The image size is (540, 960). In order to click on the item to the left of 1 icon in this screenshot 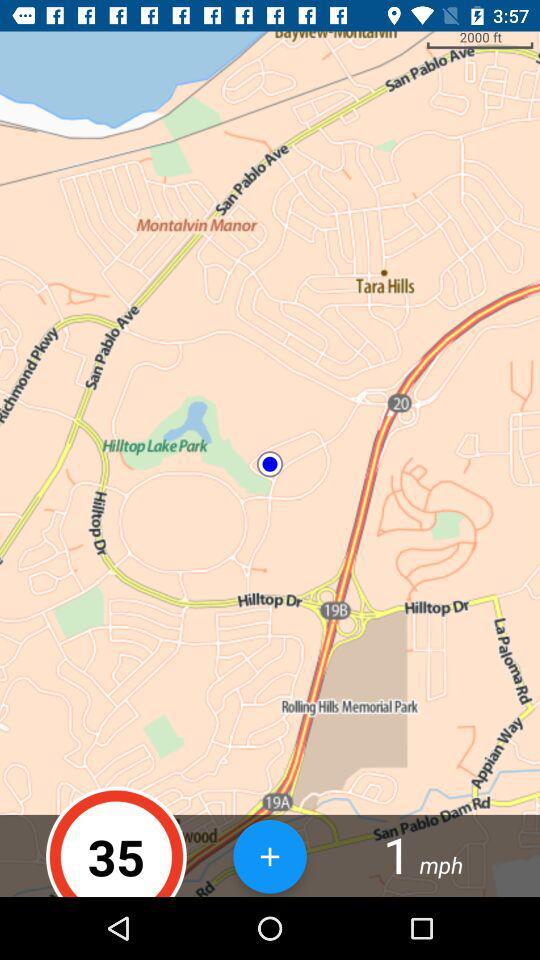, I will do `click(270, 855)`.